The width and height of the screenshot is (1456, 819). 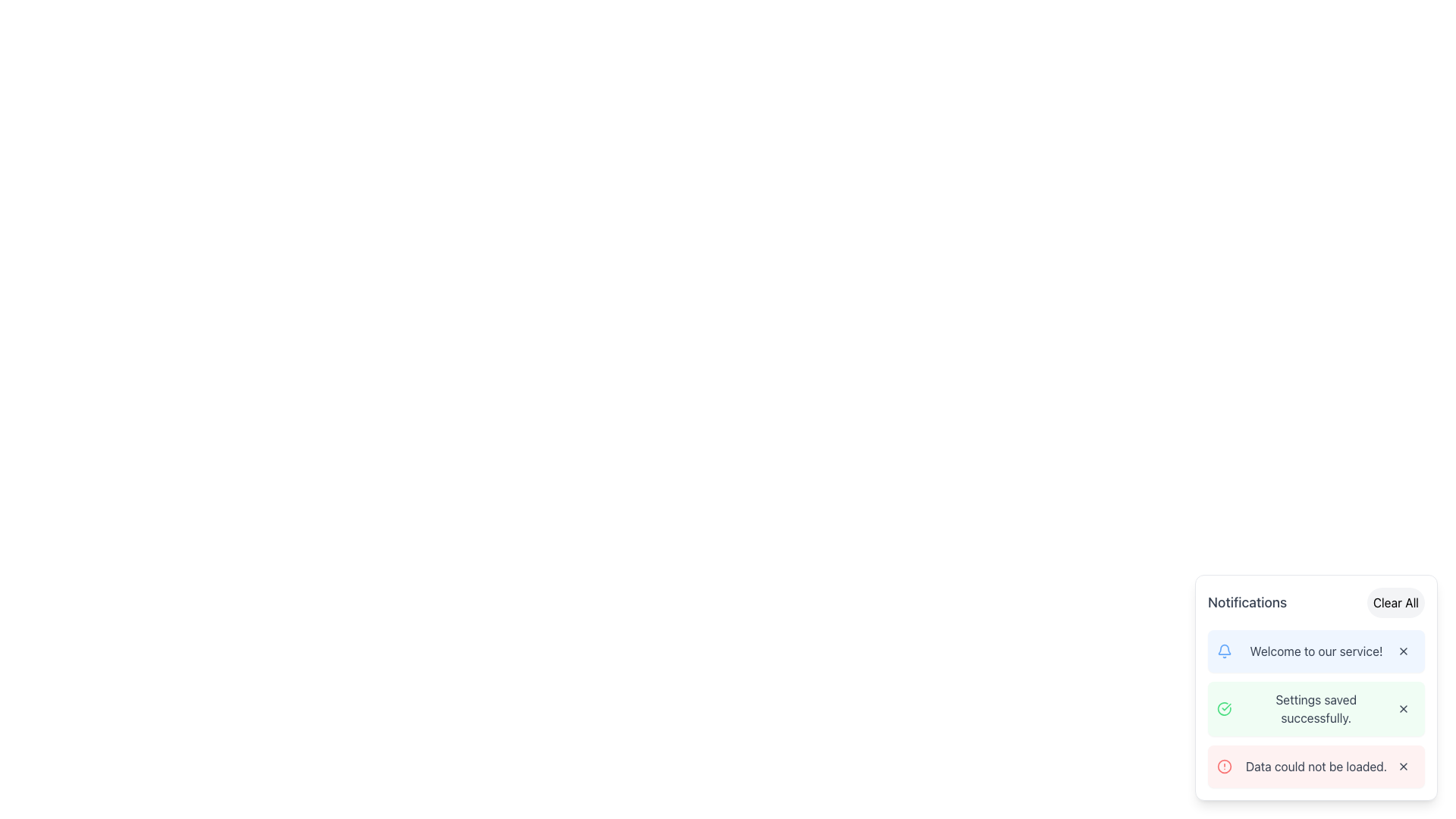 I want to click on the blue bell-shaped icon located within the notification card to the left of the text 'Welcome to our service!', if it is clickable, so click(x=1224, y=651).